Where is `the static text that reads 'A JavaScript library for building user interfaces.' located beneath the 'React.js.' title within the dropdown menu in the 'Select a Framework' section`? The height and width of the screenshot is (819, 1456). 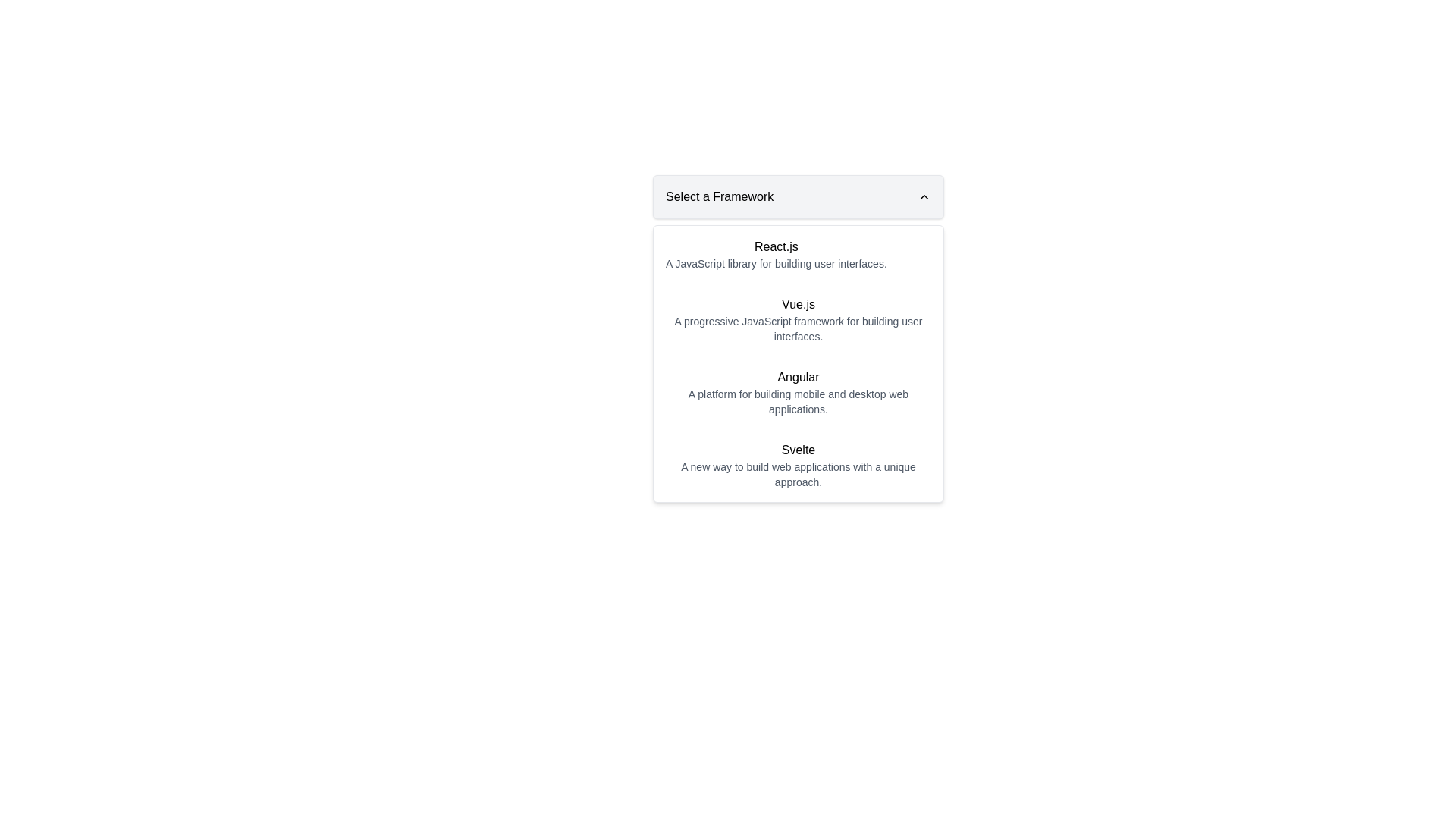 the static text that reads 'A JavaScript library for building user interfaces.' located beneath the 'React.js.' title within the dropdown menu in the 'Select a Framework' section is located at coordinates (776, 262).